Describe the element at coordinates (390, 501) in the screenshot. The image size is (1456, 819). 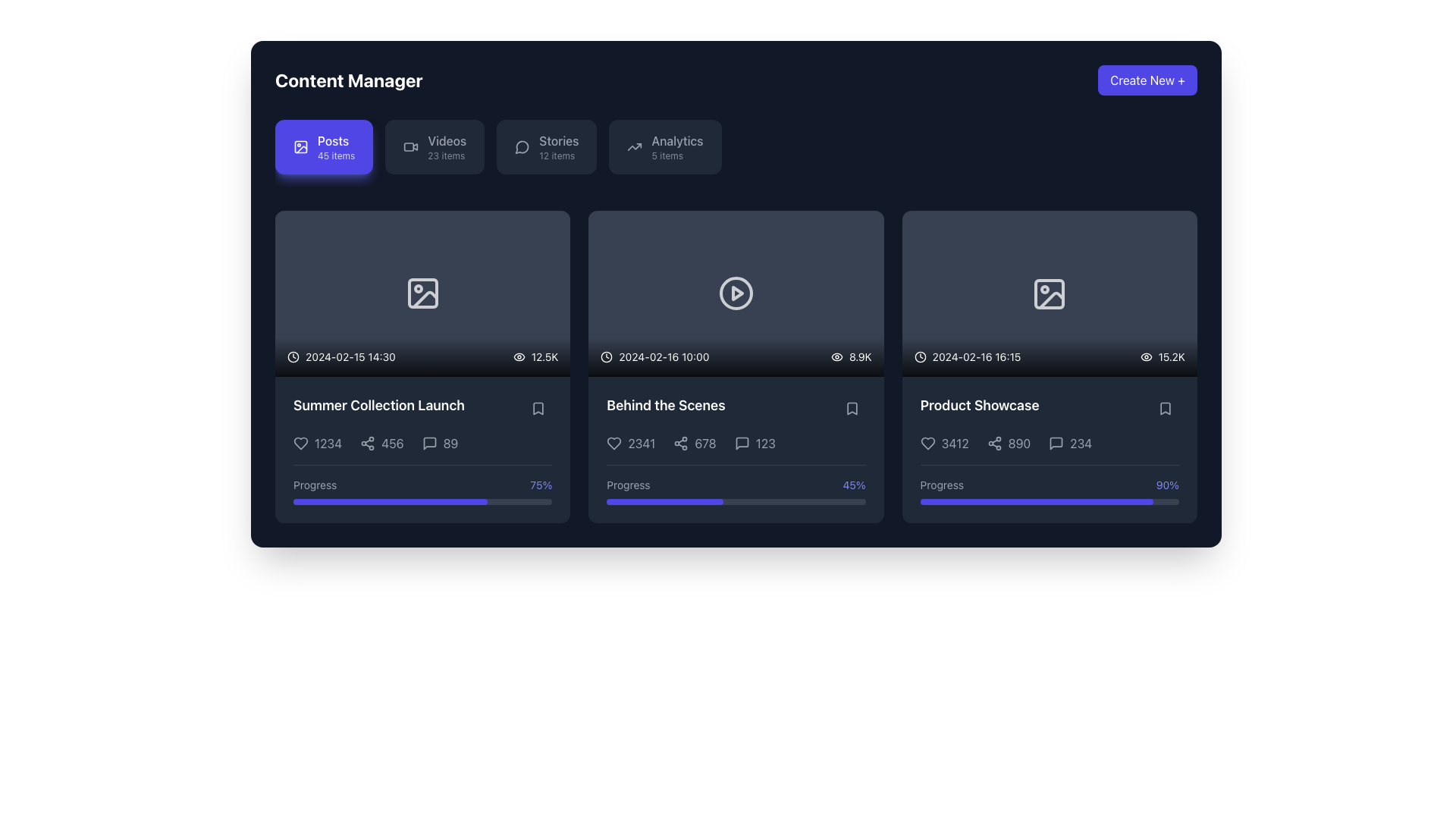
I see `the progress bar indicating 75% completion for the 'Summer Collection Launch' item, located underneath its card in the first column of the grid` at that location.